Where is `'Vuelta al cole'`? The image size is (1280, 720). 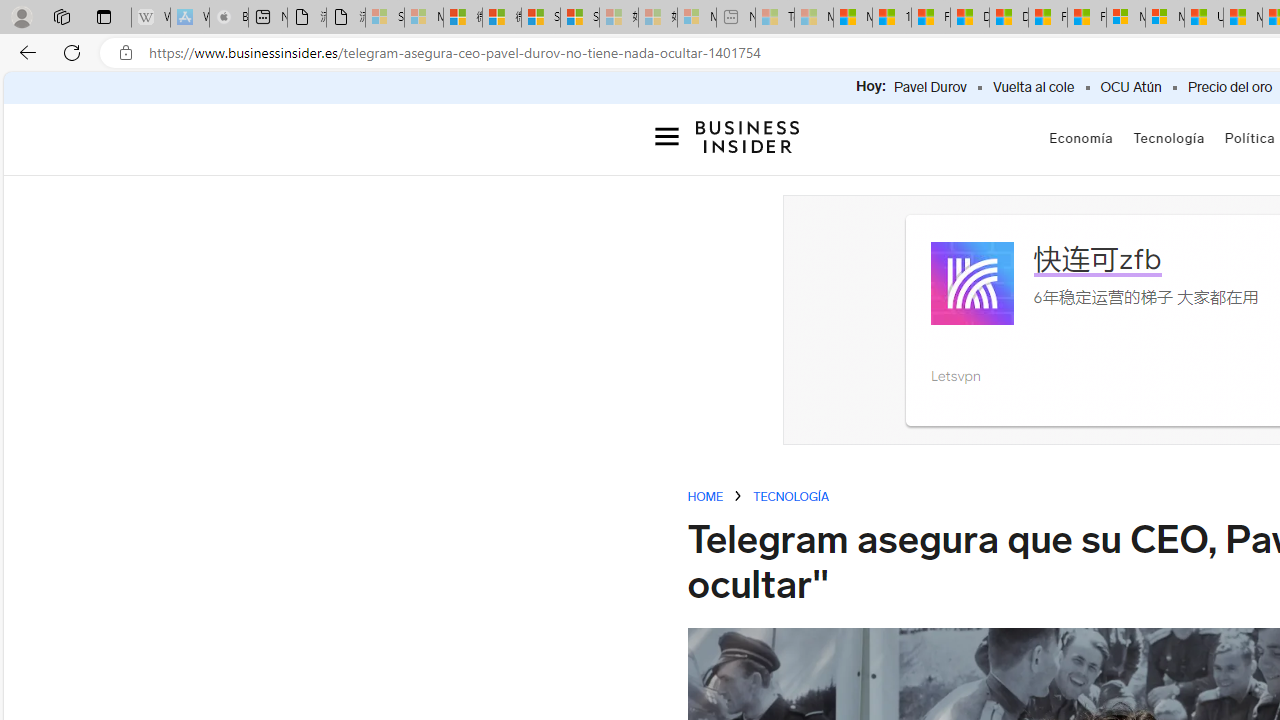 'Vuelta al cole' is located at coordinates (1033, 87).